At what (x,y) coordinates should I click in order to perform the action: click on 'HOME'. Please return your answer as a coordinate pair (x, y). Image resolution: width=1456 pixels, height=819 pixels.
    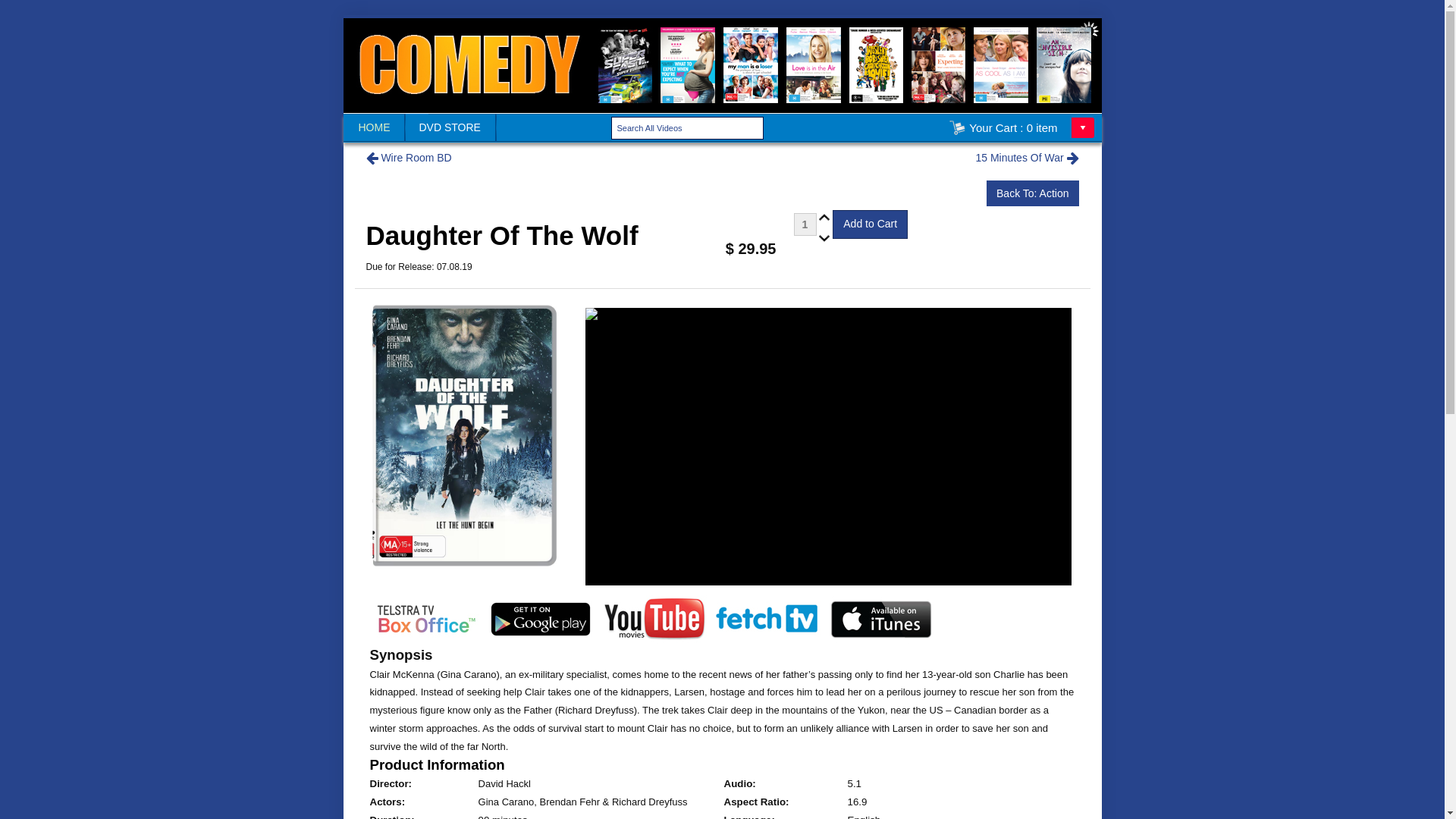
    Looking at the image, I should click on (374, 127).